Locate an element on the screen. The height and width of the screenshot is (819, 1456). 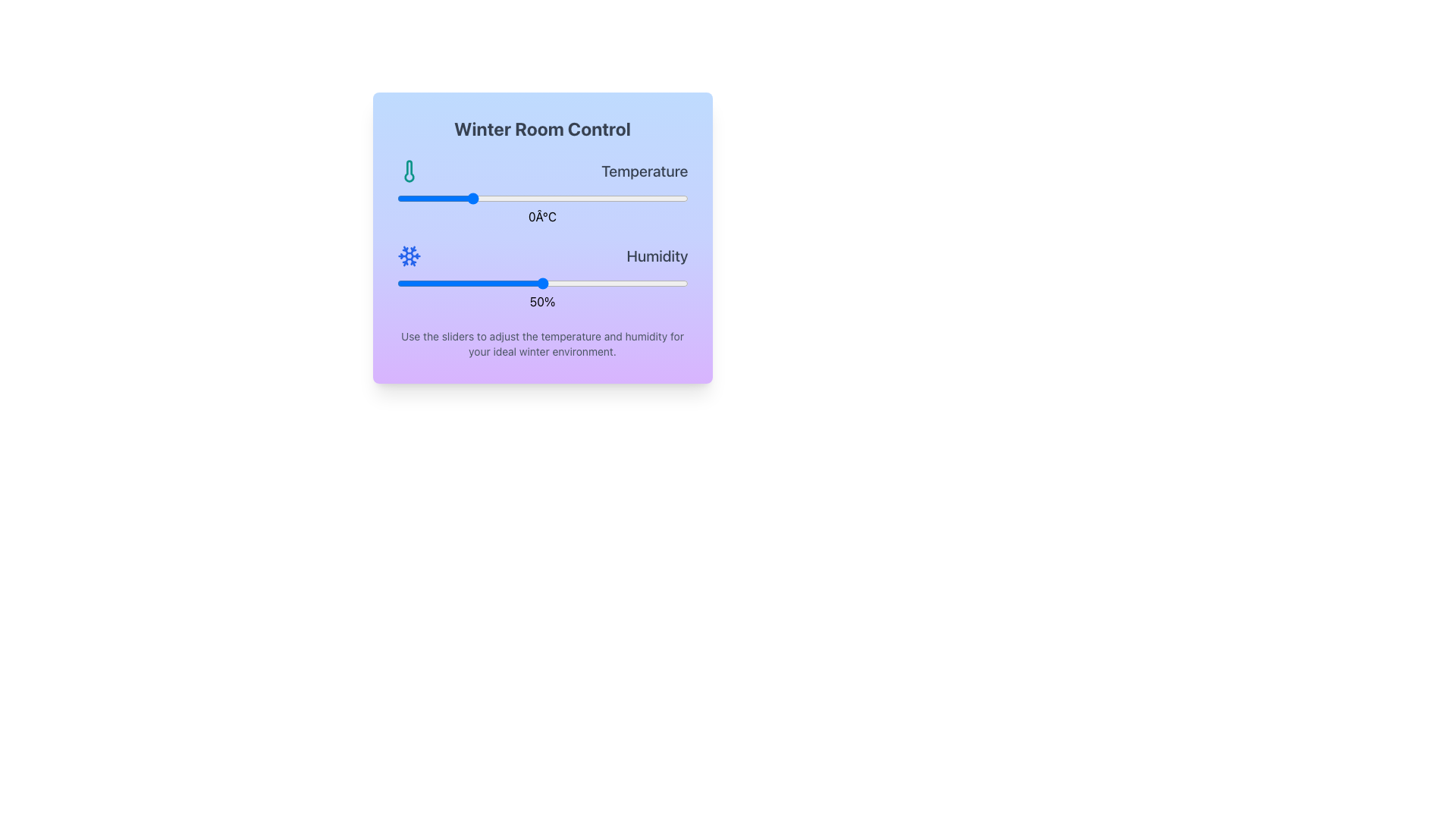
humidity level is located at coordinates (478, 284).